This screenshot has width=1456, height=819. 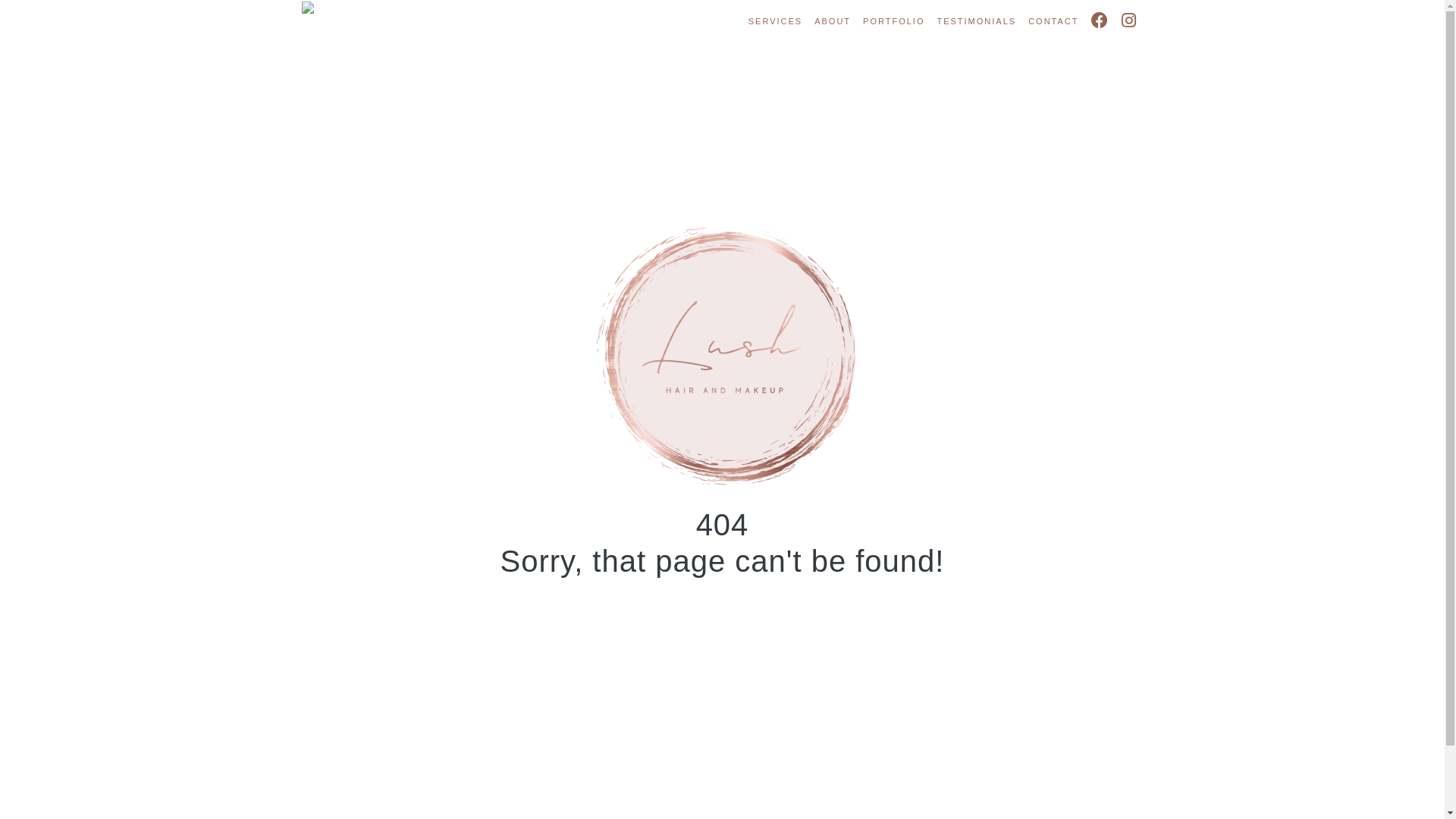 I want to click on 'ABOUT', so click(x=832, y=21).